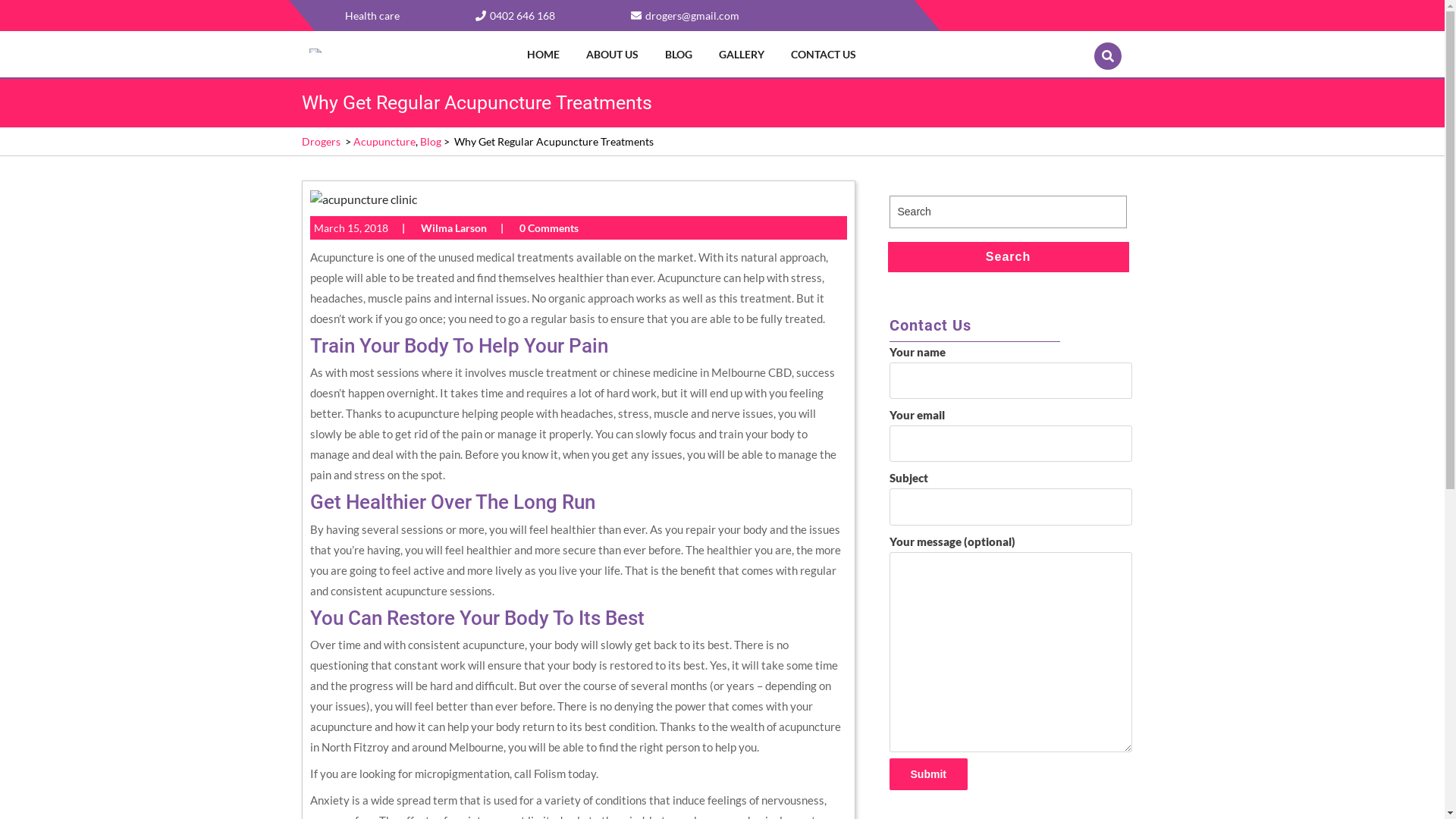  I want to click on 'ABOUT US', so click(614, 53).